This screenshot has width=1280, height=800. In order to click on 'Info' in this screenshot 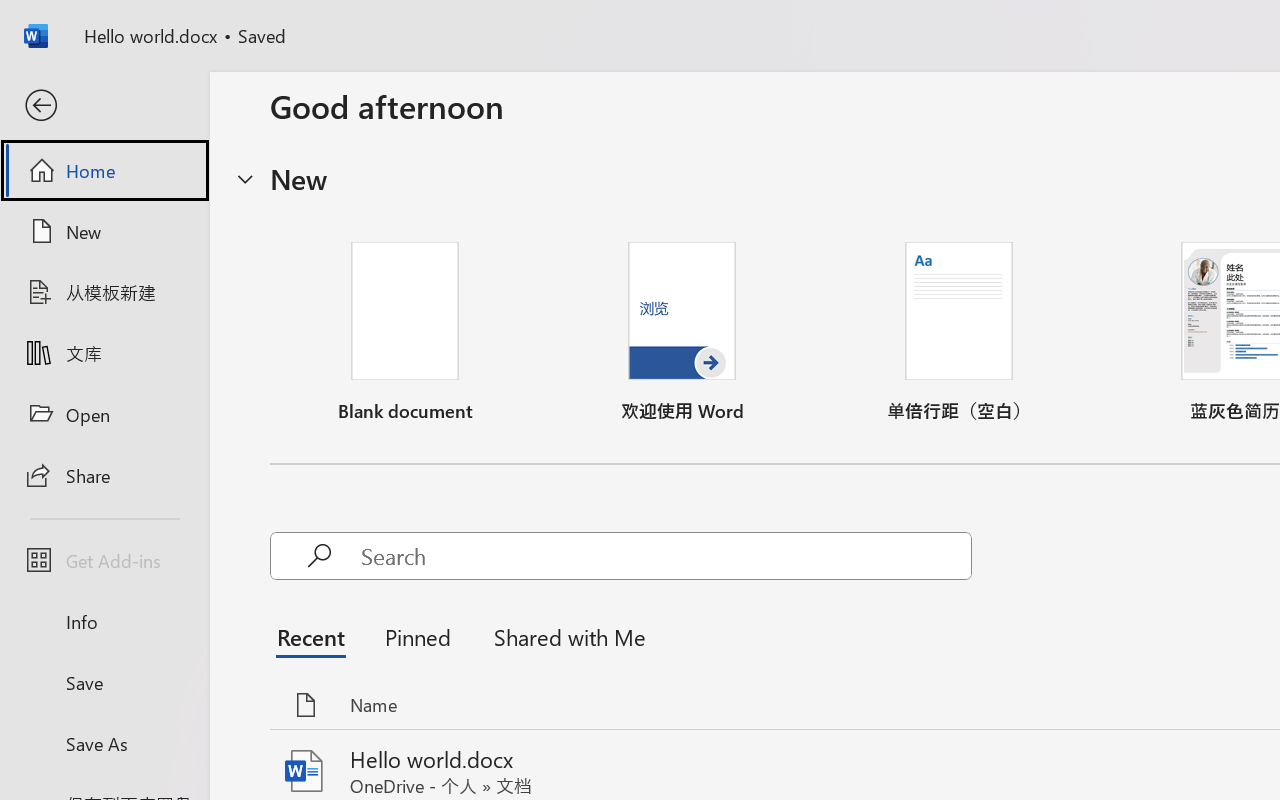, I will do `click(103, 621)`.